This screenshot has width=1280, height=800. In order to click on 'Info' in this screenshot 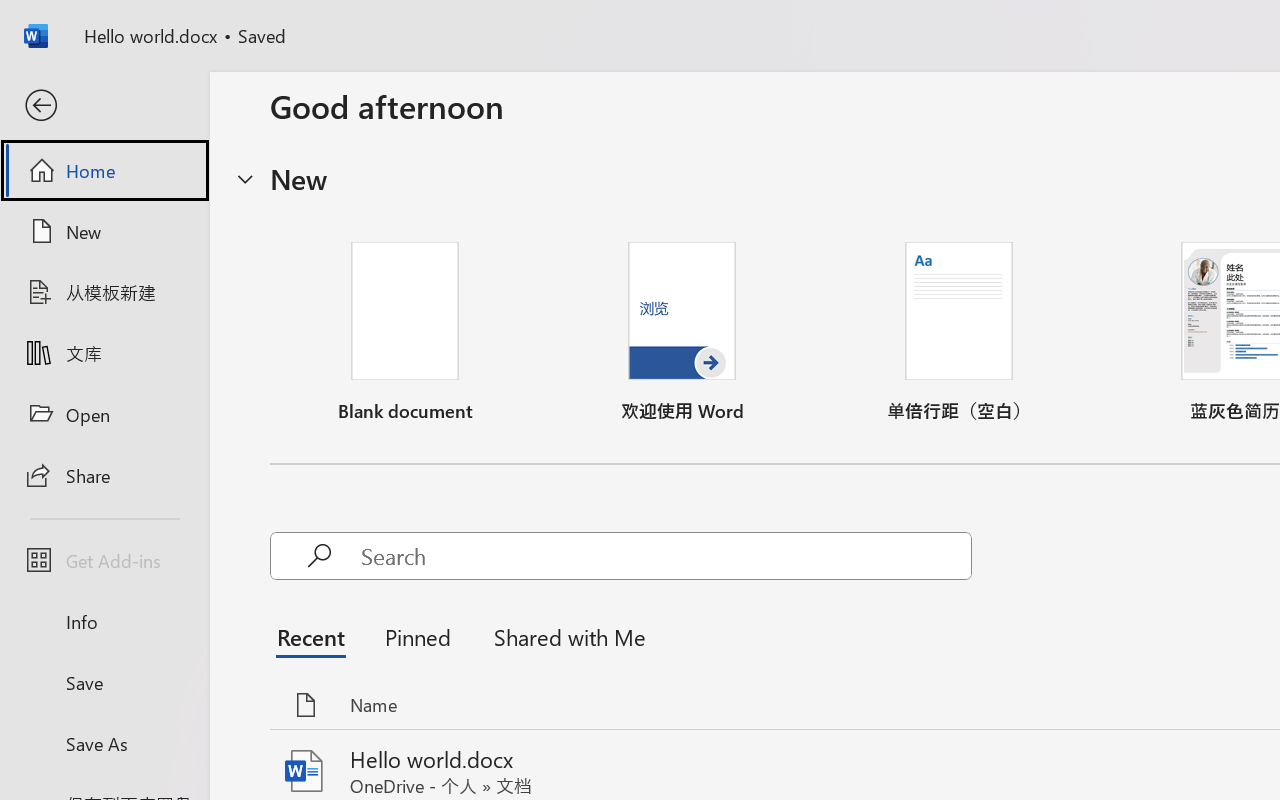, I will do `click(103, 621)`.